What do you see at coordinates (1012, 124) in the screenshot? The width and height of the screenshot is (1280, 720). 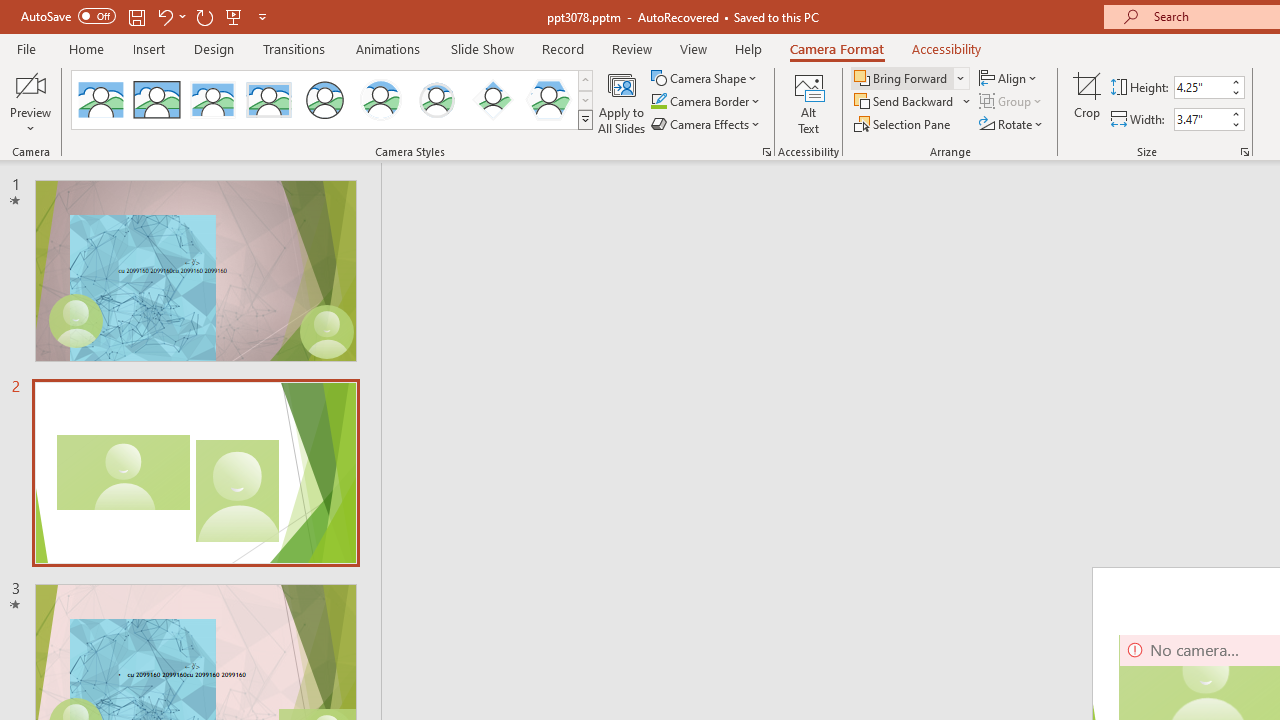 I see `'Rotate'` at bounding box center [1012, 124].